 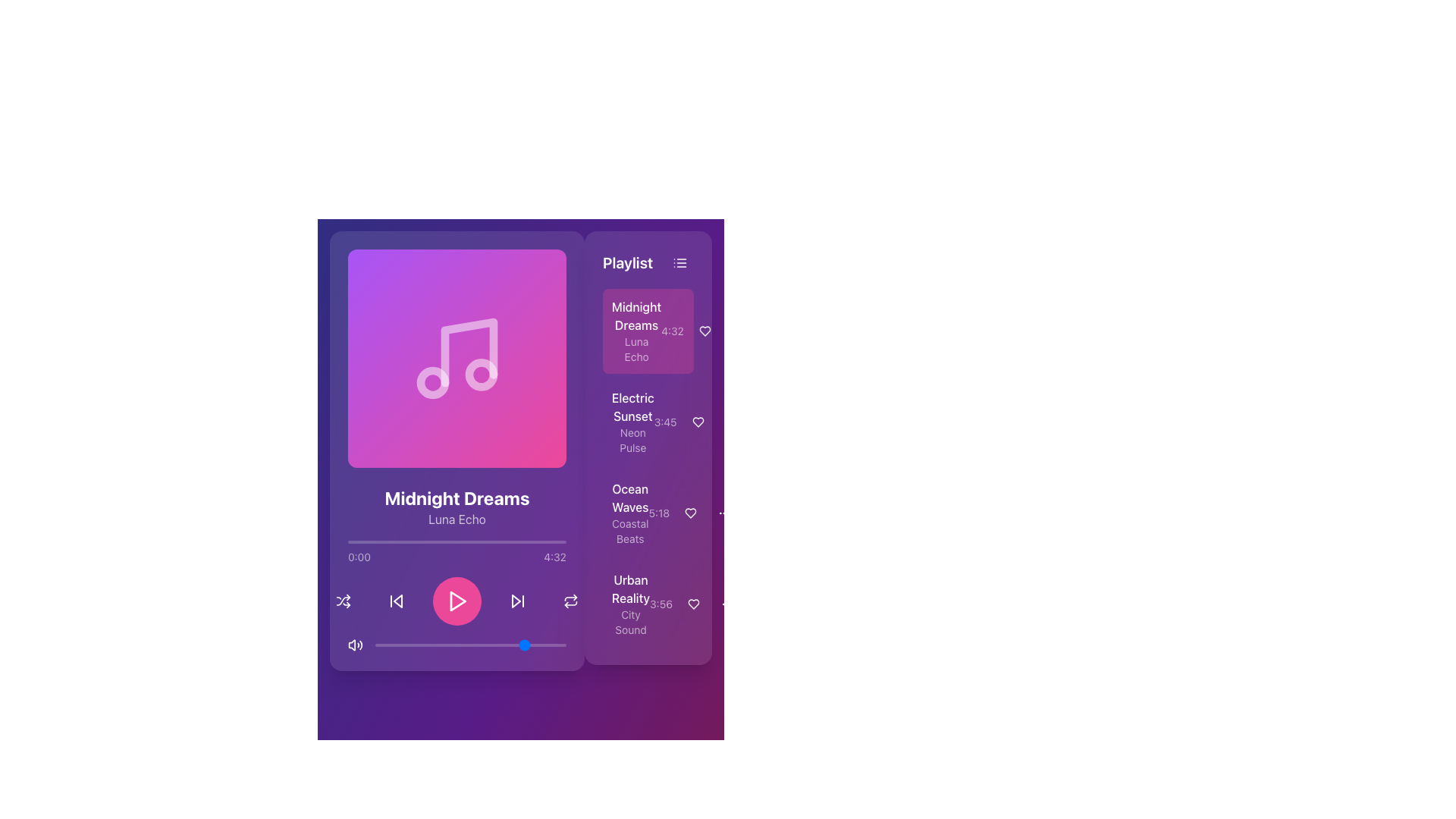 What do you see at coordinates (431, 541) in the screenshot?
I see `playback position` at bounding box center [431, 541].